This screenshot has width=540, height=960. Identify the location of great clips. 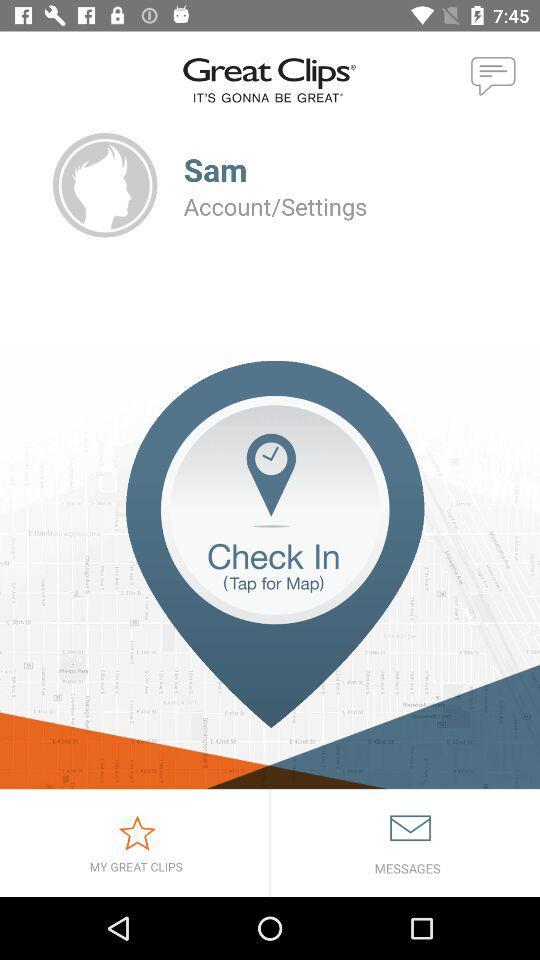
(134, 842).